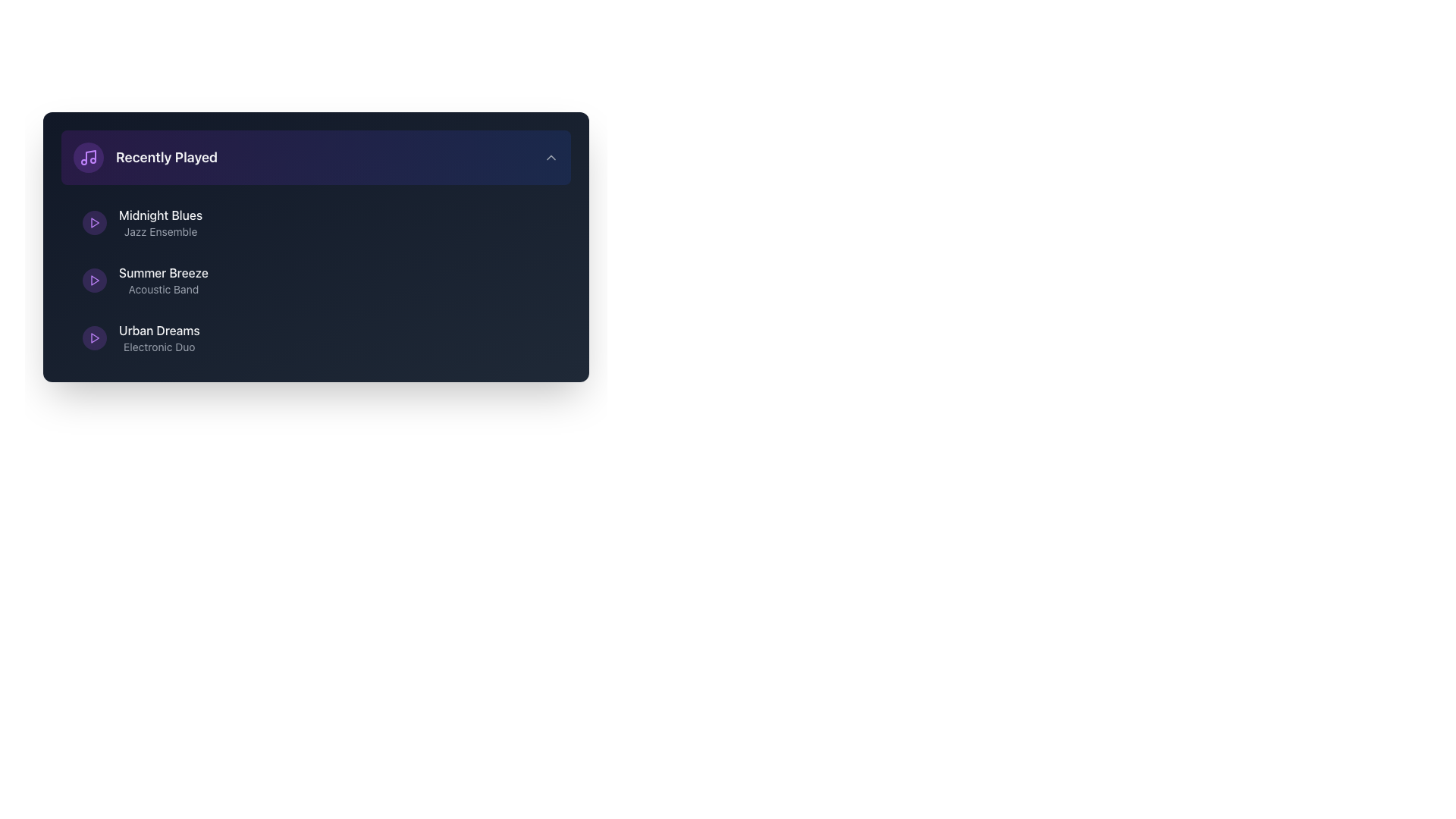 This screenshot has width=1456, height=819. I want to click on the circular ellipsis button located at the bottom-right corner of the card interface, so click(548, 222).